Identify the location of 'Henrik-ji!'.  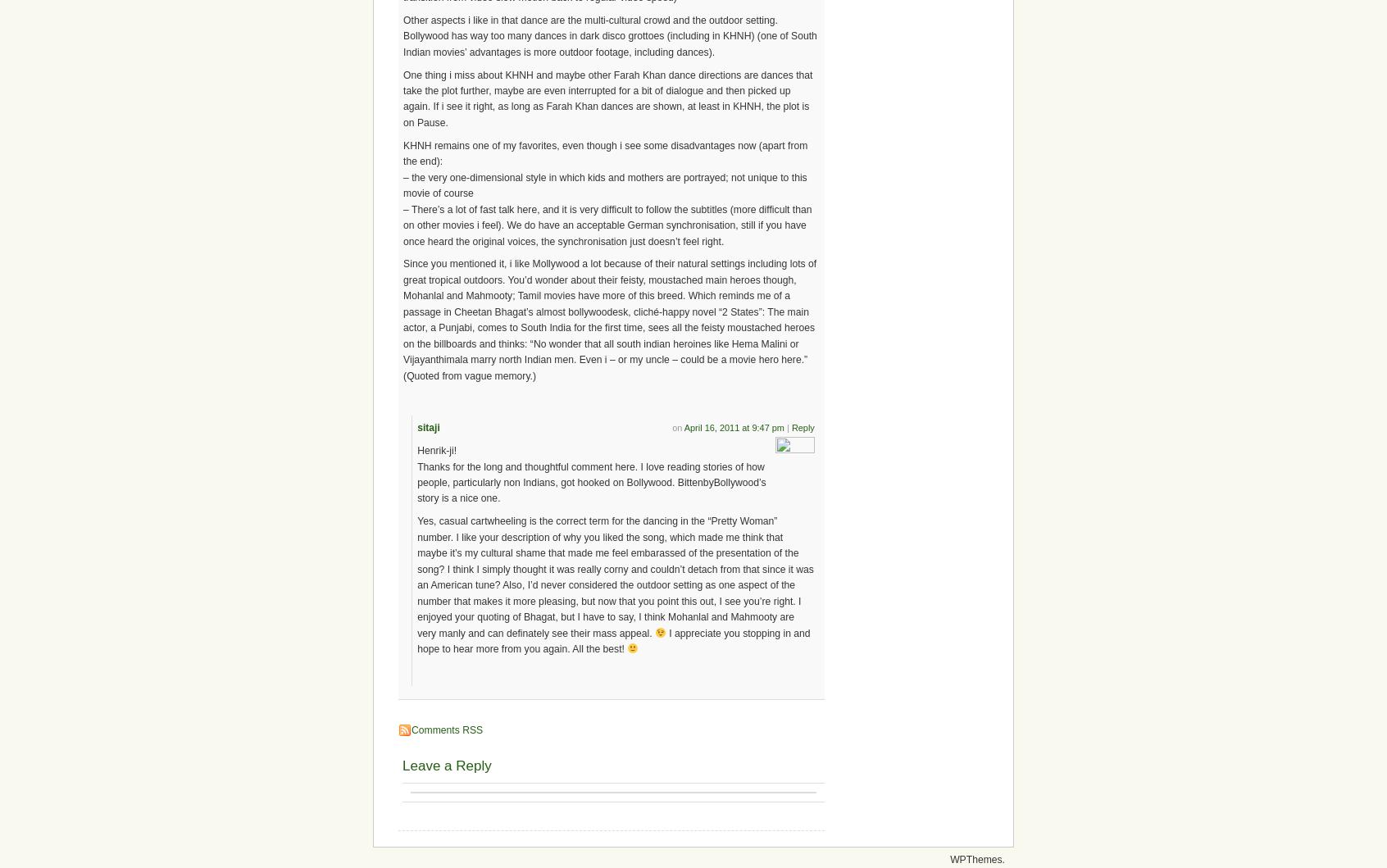
(436, 450).